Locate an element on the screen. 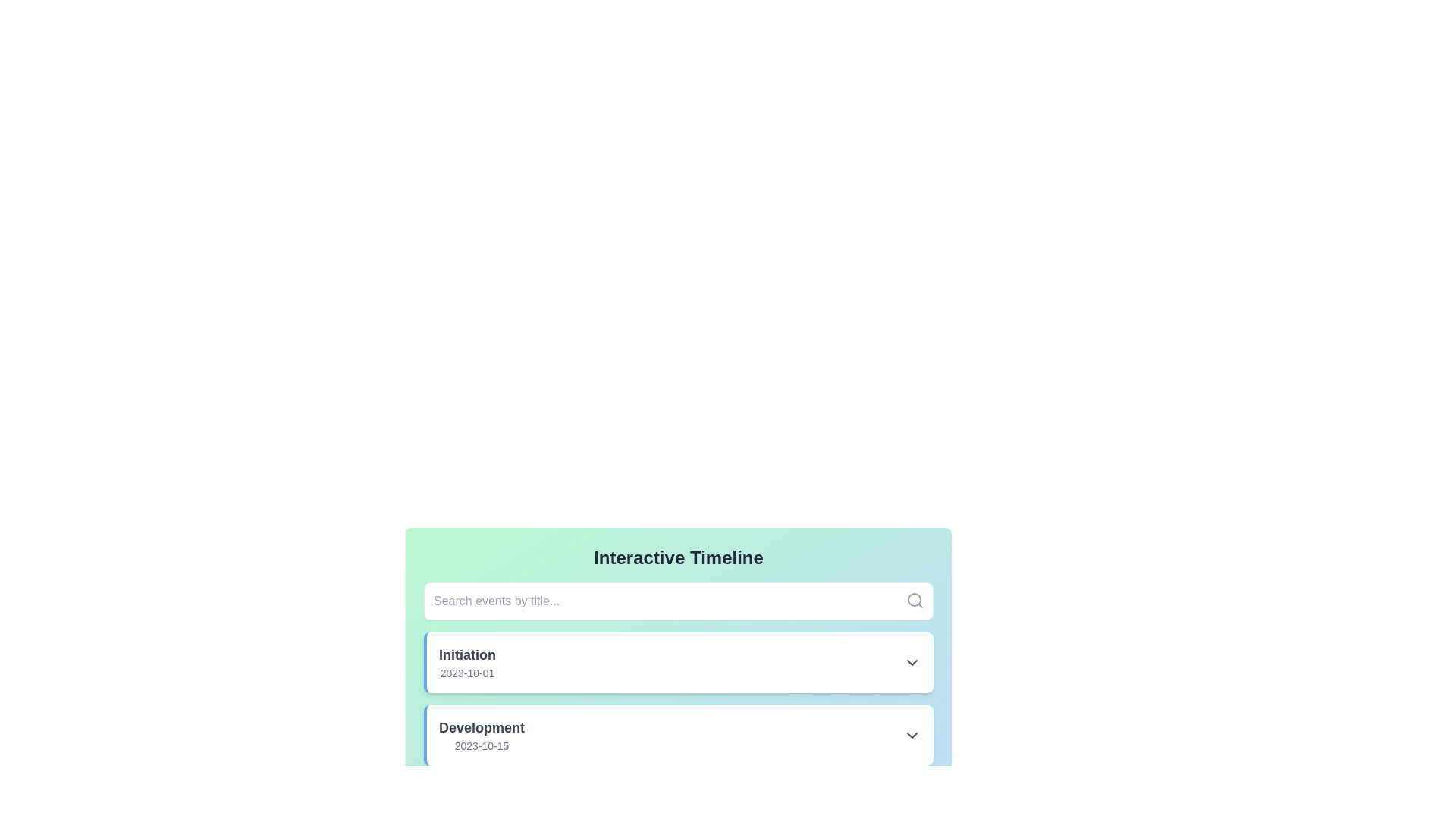  the text label that serves as the title for the second card in the vertical list, positioned above the date '2023-10-15' is located at coordinates (481, 727).